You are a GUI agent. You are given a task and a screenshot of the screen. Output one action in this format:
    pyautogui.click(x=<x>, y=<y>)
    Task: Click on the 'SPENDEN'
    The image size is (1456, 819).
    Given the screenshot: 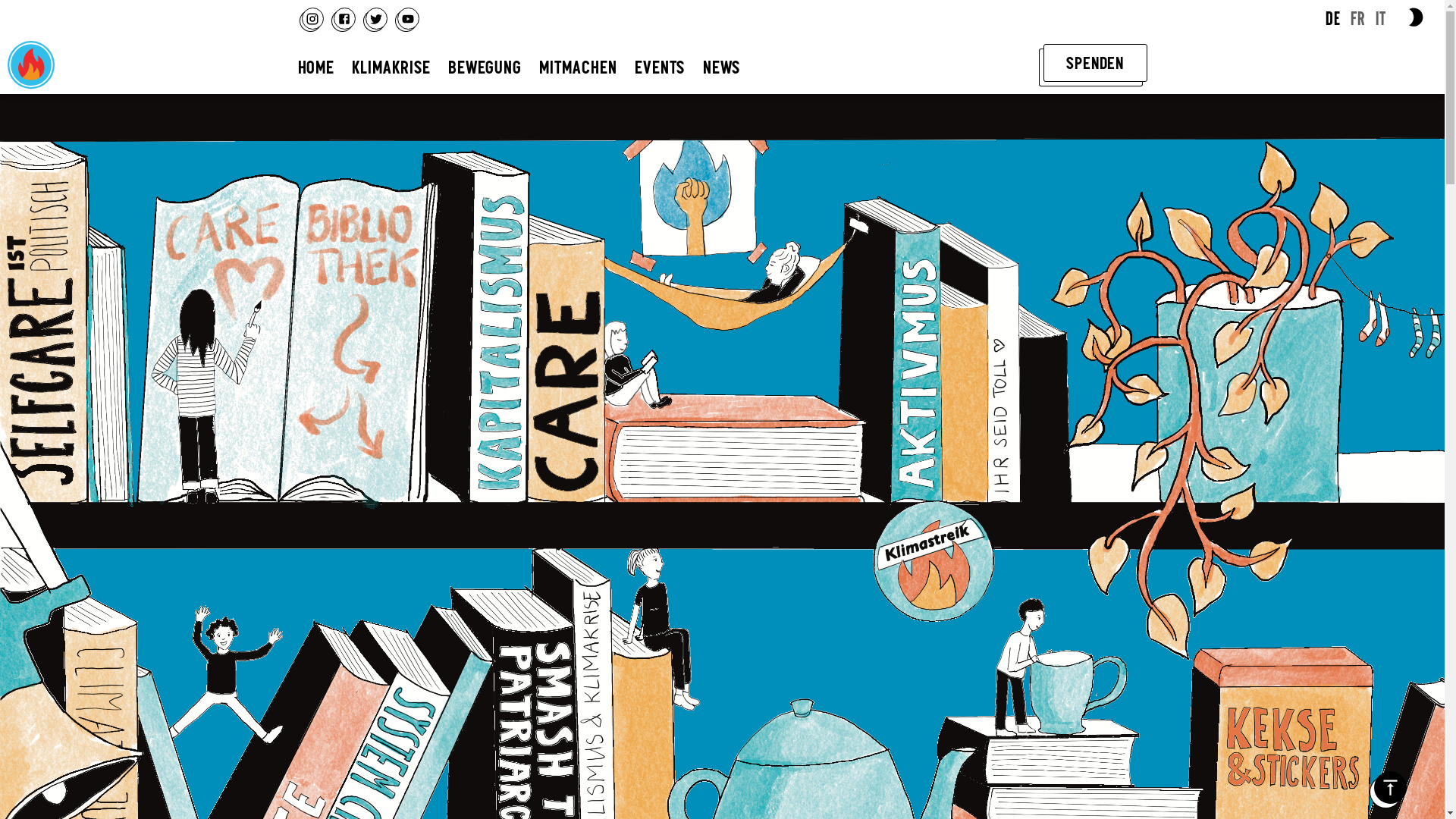 What is the action you would take?
    pyautogui.click(x=1095, y=62)
    